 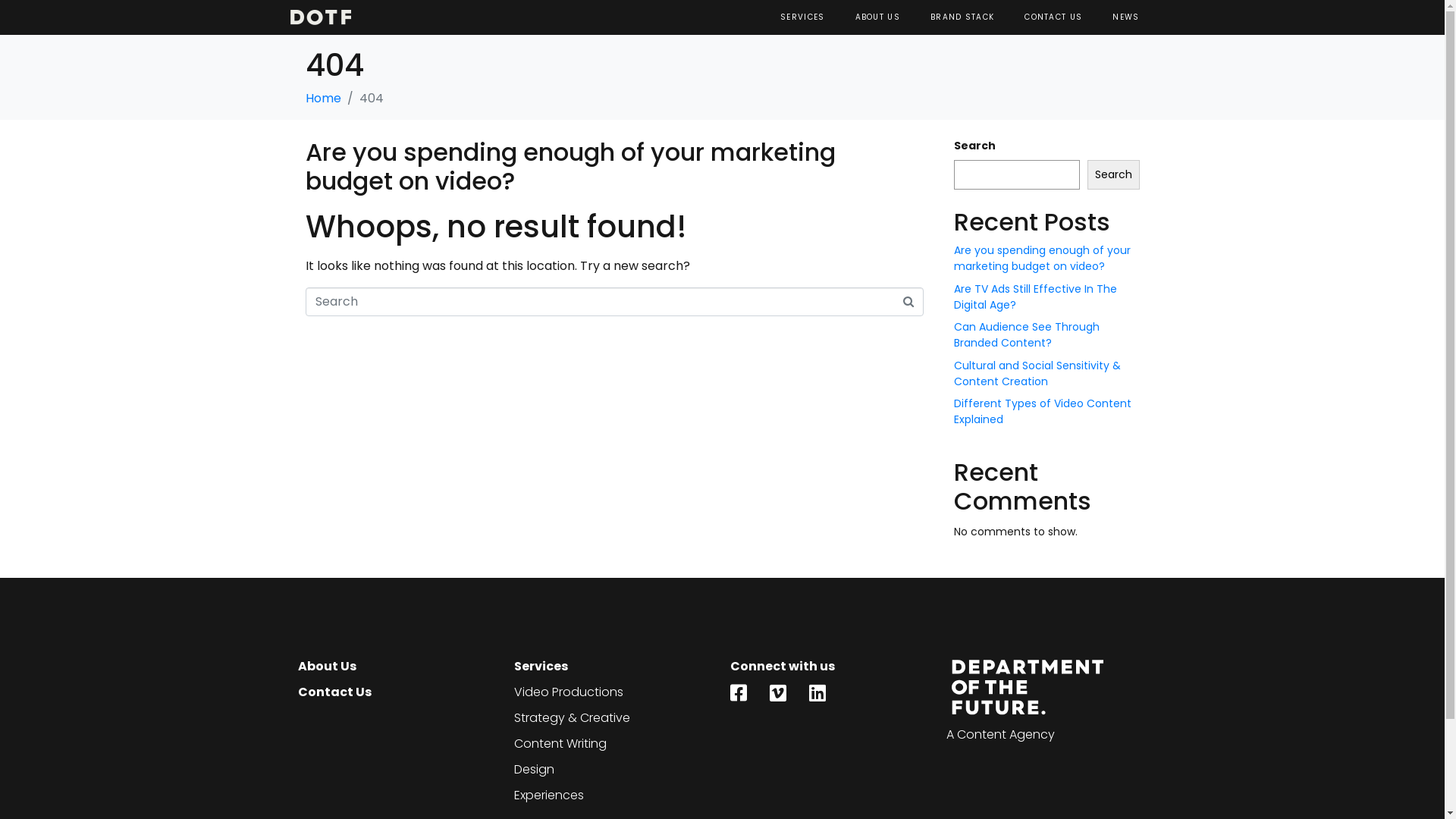 I want to click on 'Experiences', so click(x=513, y=795).